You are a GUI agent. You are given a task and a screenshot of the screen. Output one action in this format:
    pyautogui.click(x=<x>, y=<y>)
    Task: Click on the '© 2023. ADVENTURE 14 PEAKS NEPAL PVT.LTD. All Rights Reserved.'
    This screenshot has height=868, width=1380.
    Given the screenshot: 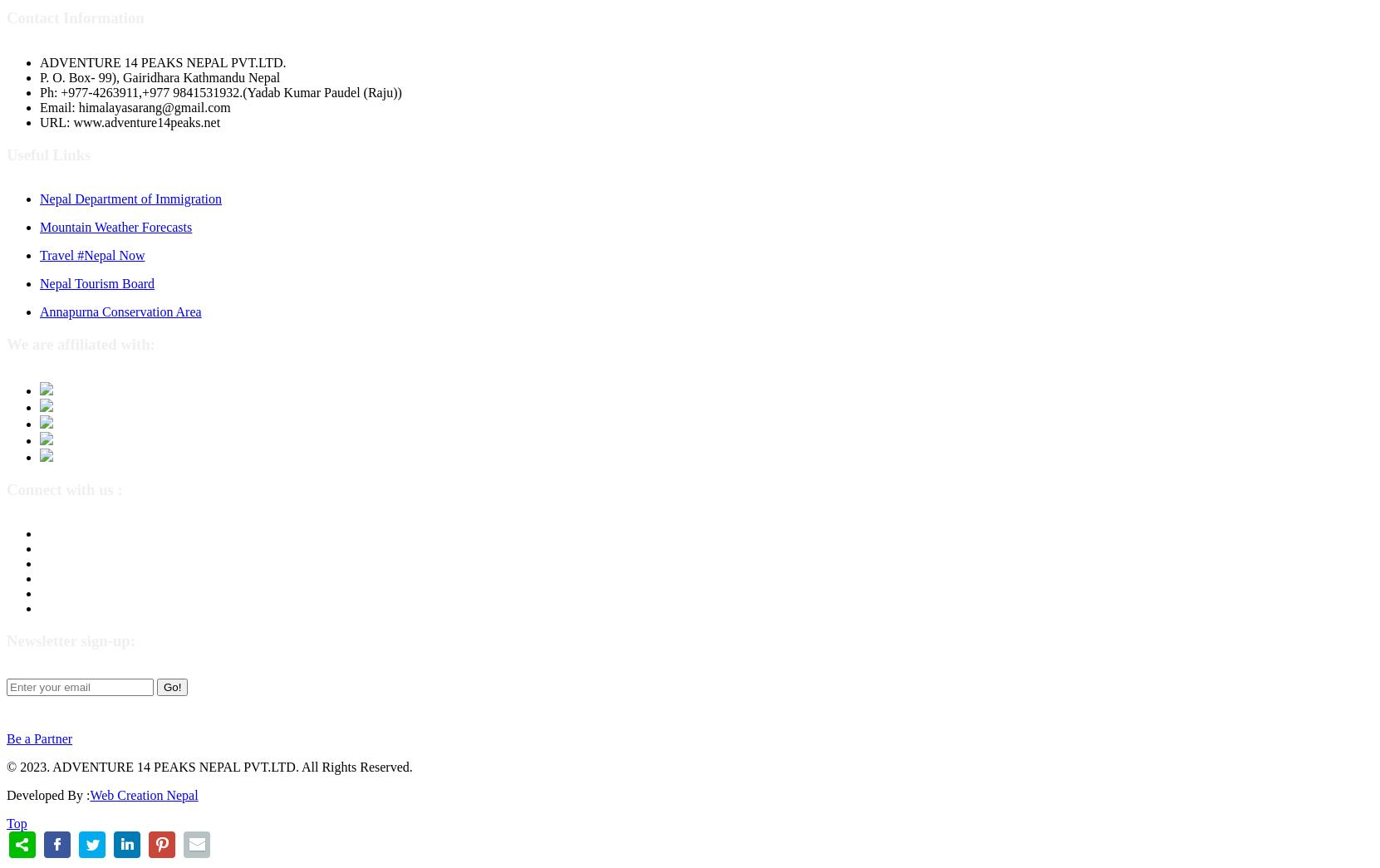 What is the action you would take?
    pyautogui.click(x=208, y=766)
    